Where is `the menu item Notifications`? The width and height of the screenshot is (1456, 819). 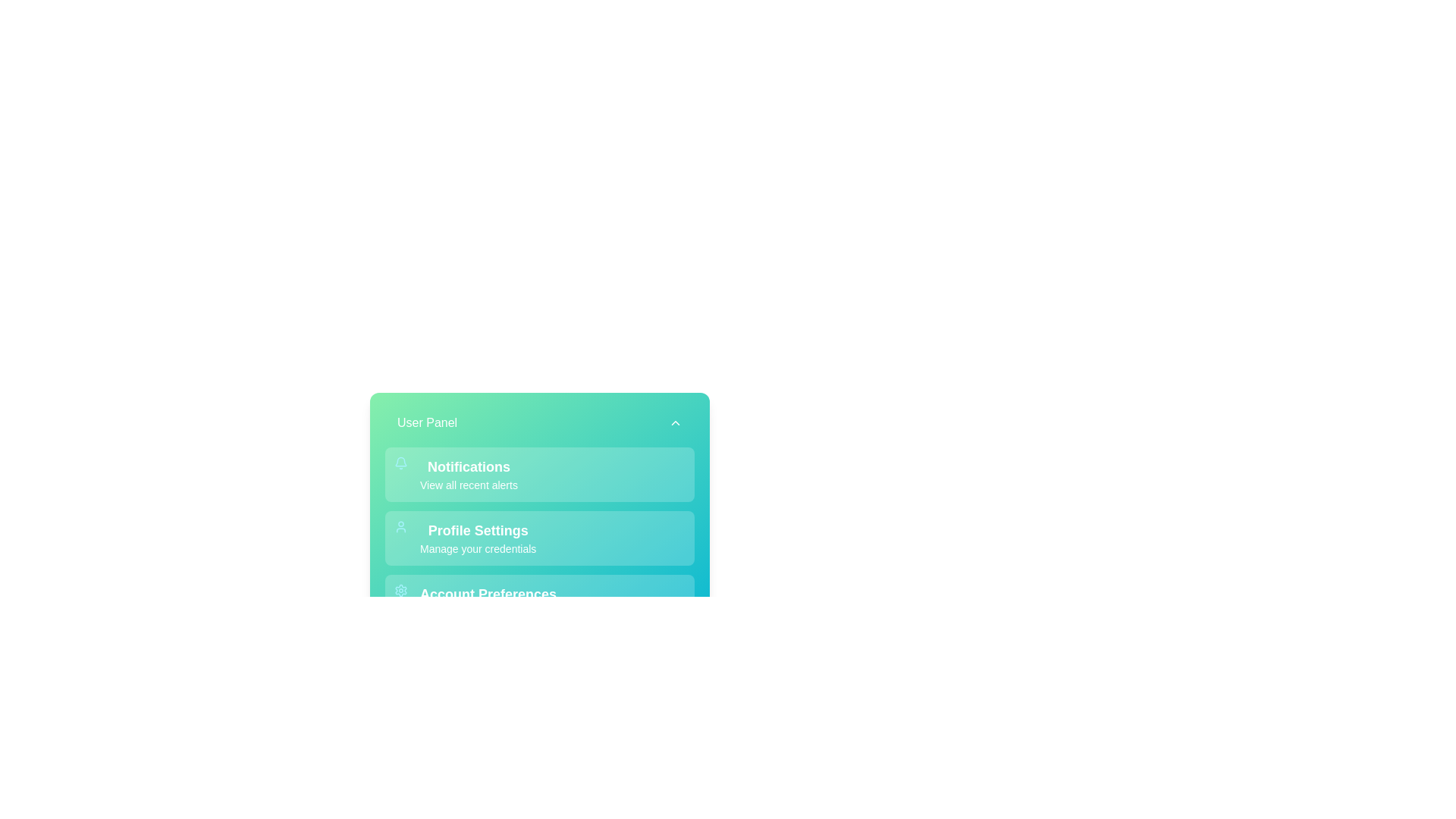
the menu item Notifications is located at coordinates (539, 473).